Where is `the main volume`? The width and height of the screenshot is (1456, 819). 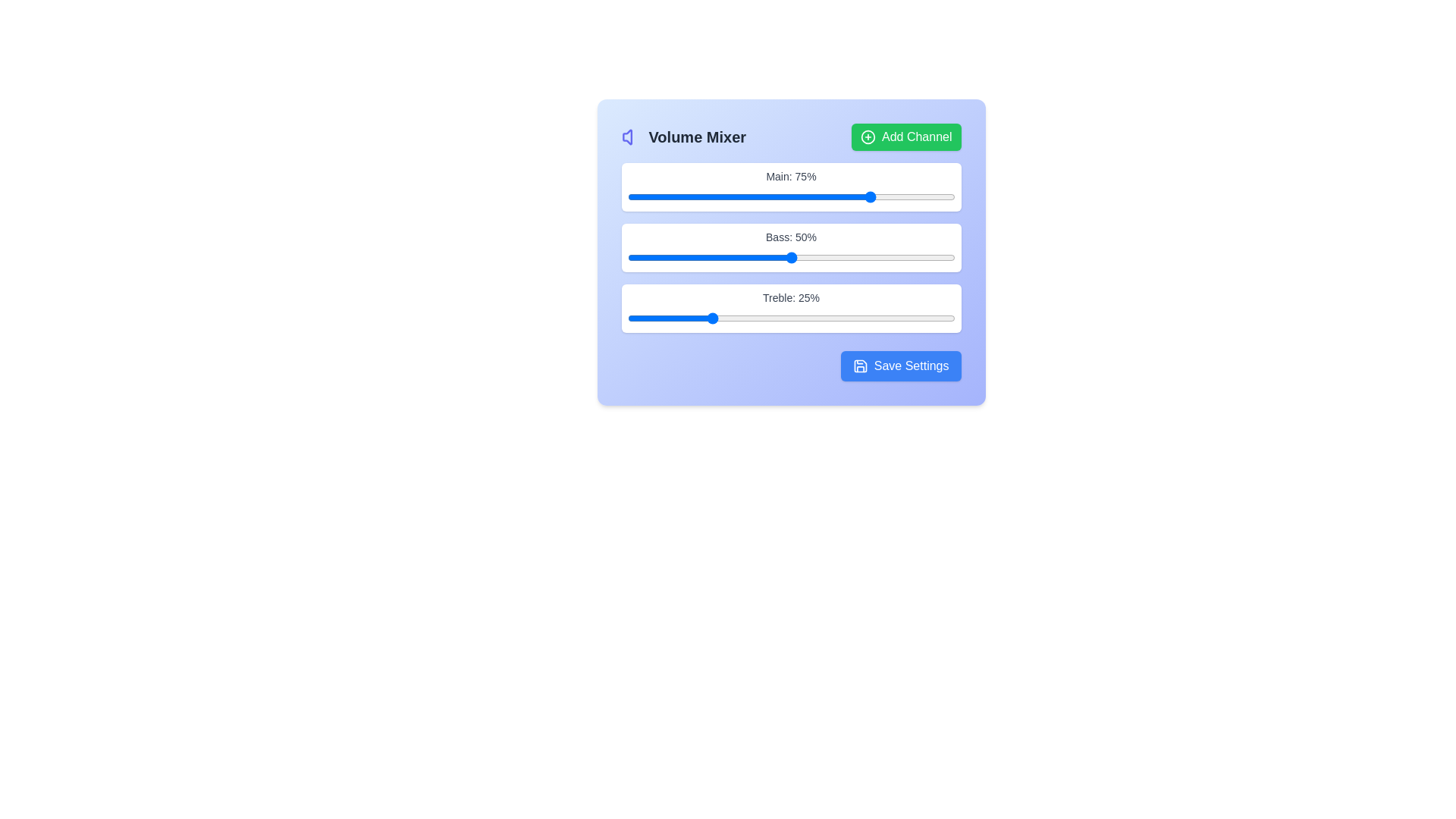 the main volume is located at coordinates (761, 196).